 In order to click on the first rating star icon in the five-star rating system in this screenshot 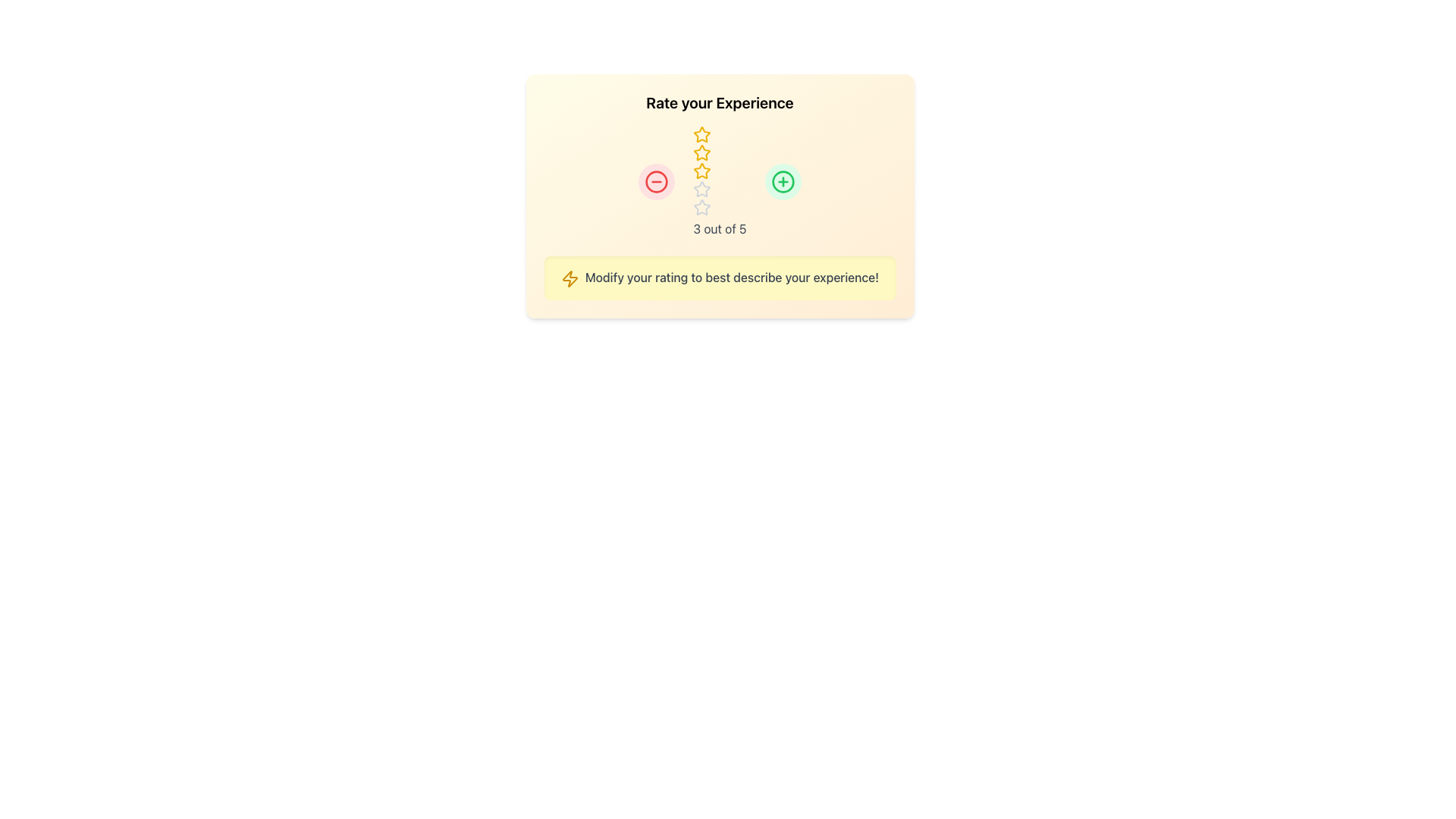, I will do `click(701, 133)`.